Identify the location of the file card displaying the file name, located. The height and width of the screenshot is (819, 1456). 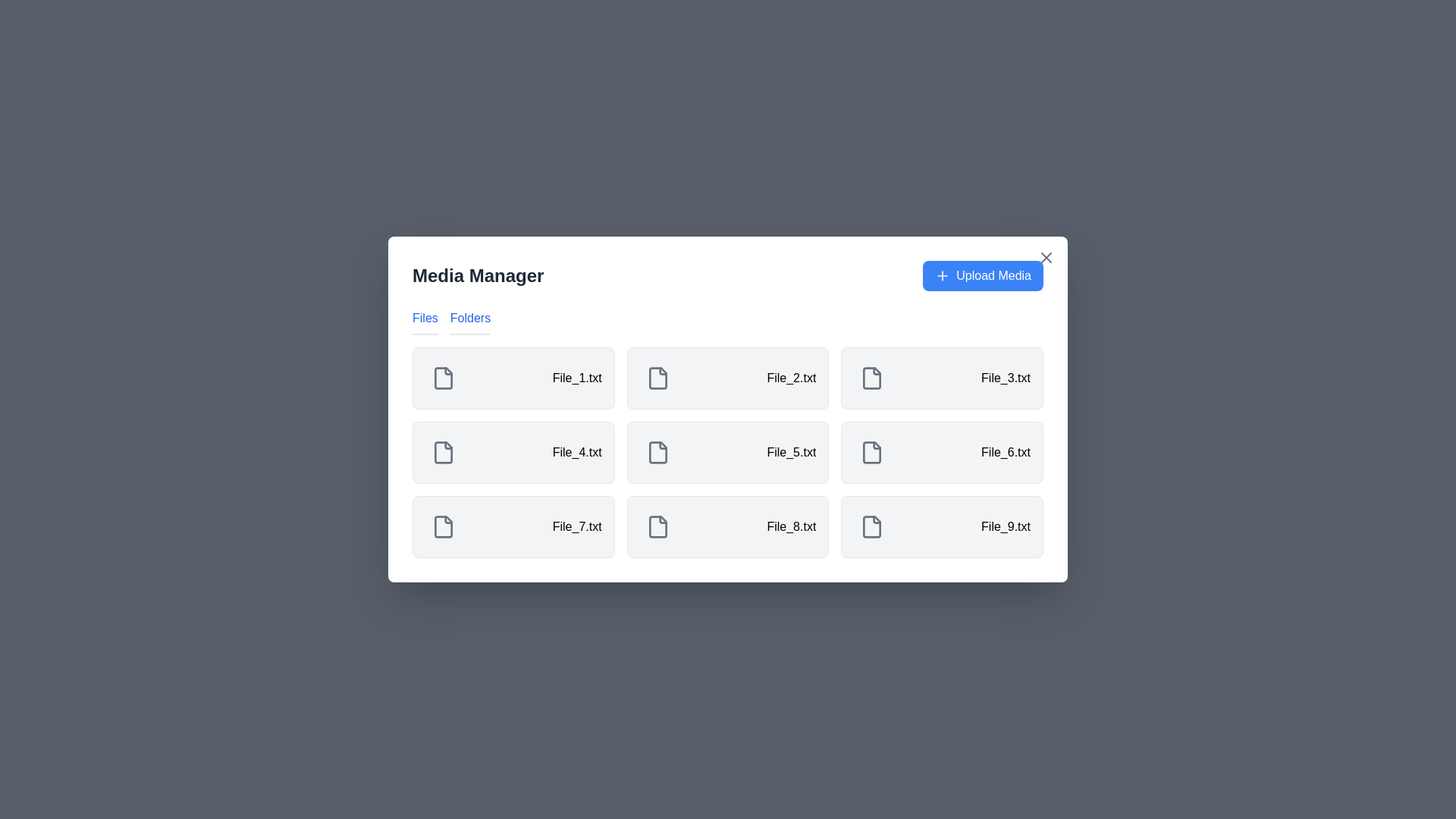
(941, 452).